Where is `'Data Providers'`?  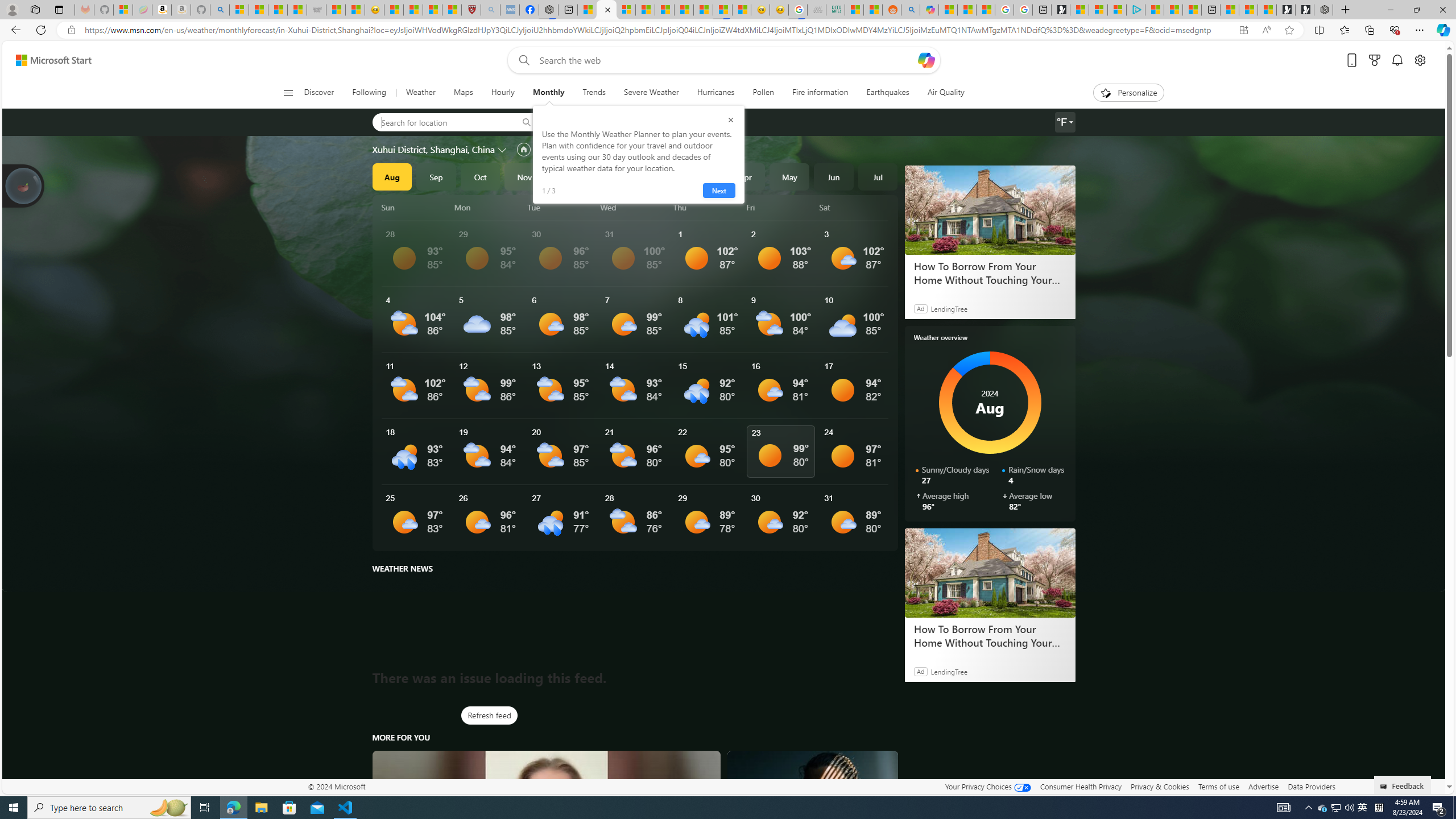
'Data Providers' is located at coordinates (1310, 786).